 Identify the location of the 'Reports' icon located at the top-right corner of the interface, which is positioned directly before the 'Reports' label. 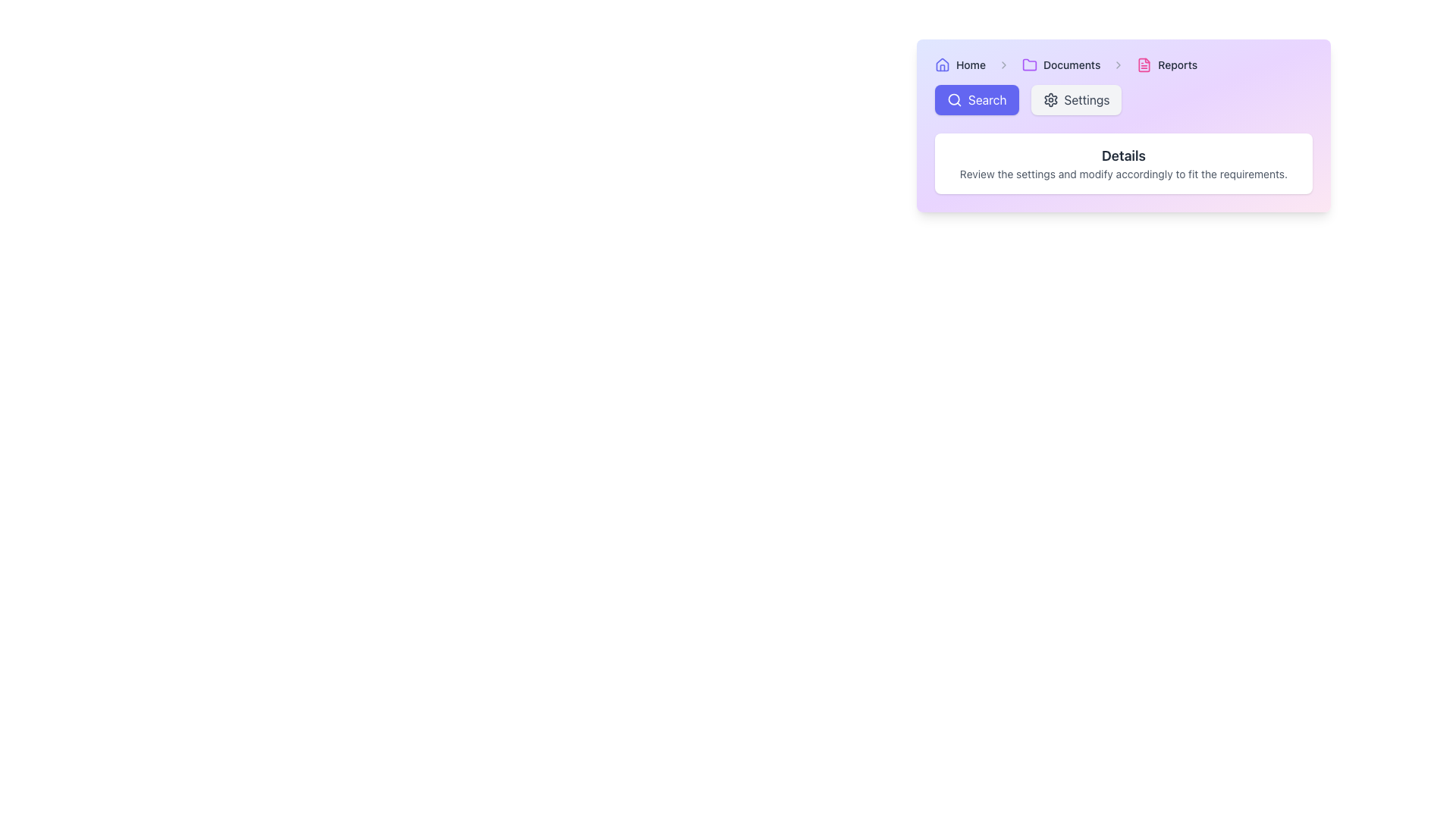
(1144, 64).